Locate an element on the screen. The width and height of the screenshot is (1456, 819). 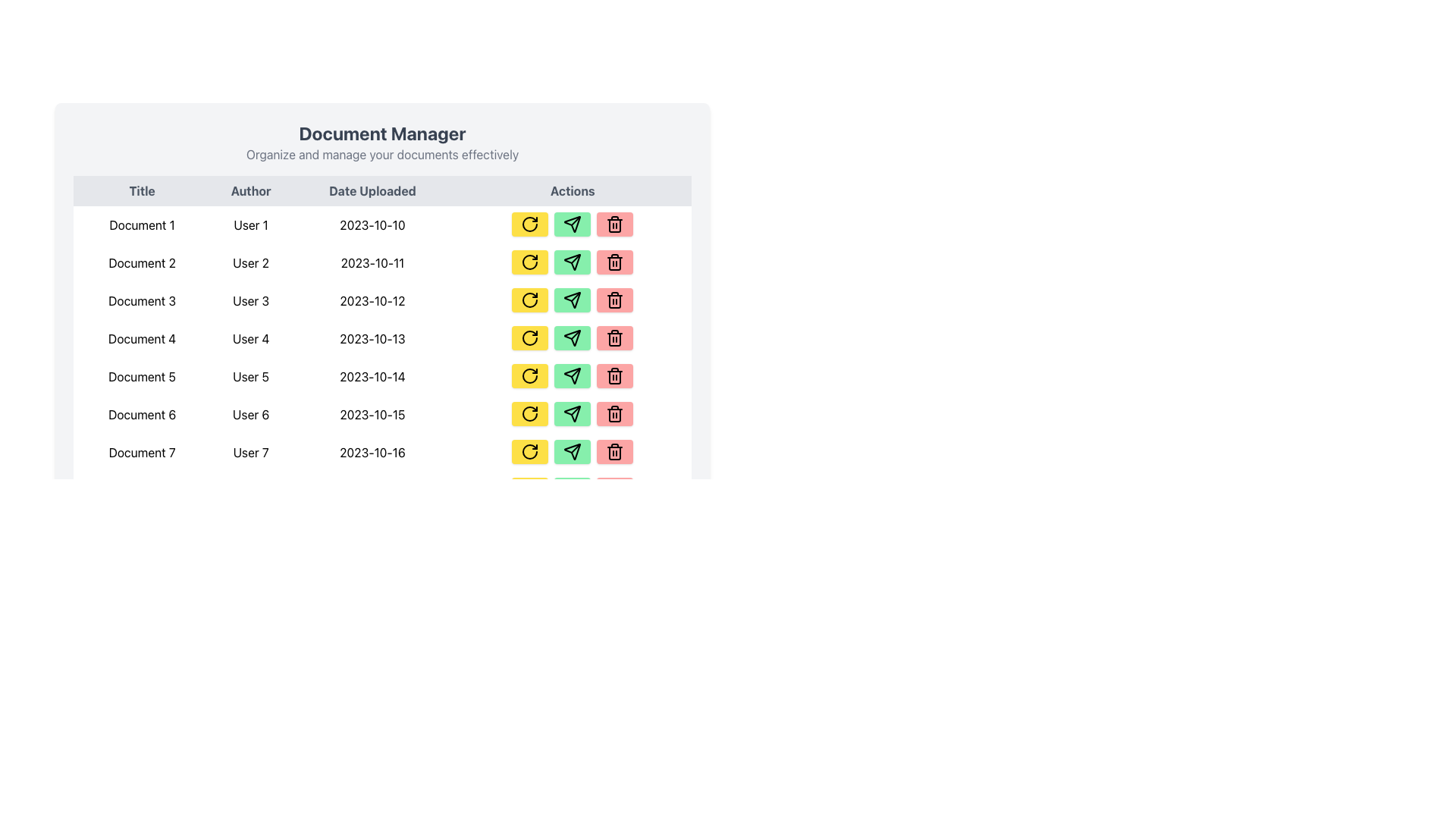
the reload icon located in the first position of the 'Actions' column for 'Document 4', which is near the center of the interface at the fourth row is located at coordinates (530, 337).